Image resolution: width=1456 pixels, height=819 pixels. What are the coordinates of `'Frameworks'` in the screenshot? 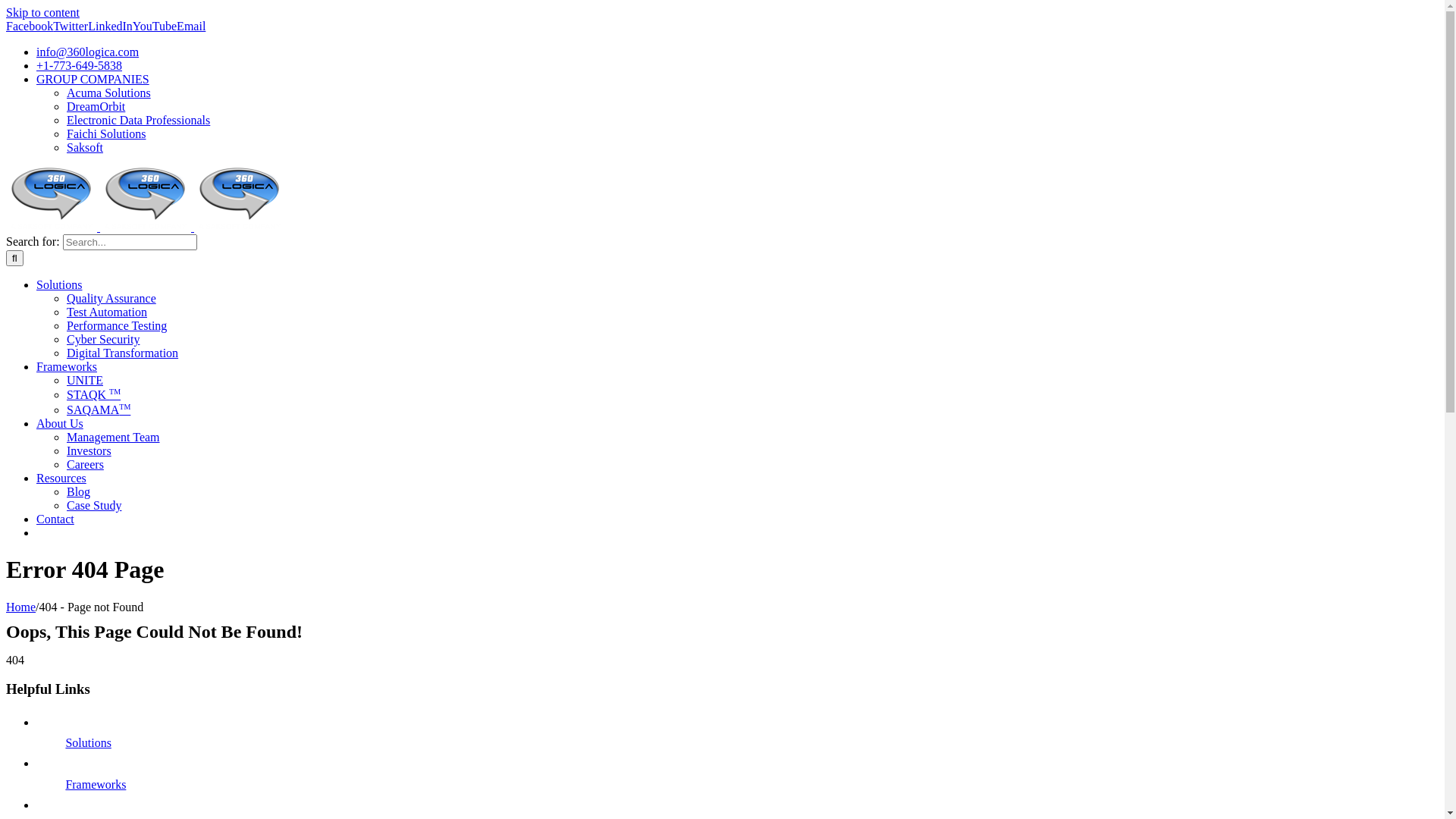 It's located at (36, 366).